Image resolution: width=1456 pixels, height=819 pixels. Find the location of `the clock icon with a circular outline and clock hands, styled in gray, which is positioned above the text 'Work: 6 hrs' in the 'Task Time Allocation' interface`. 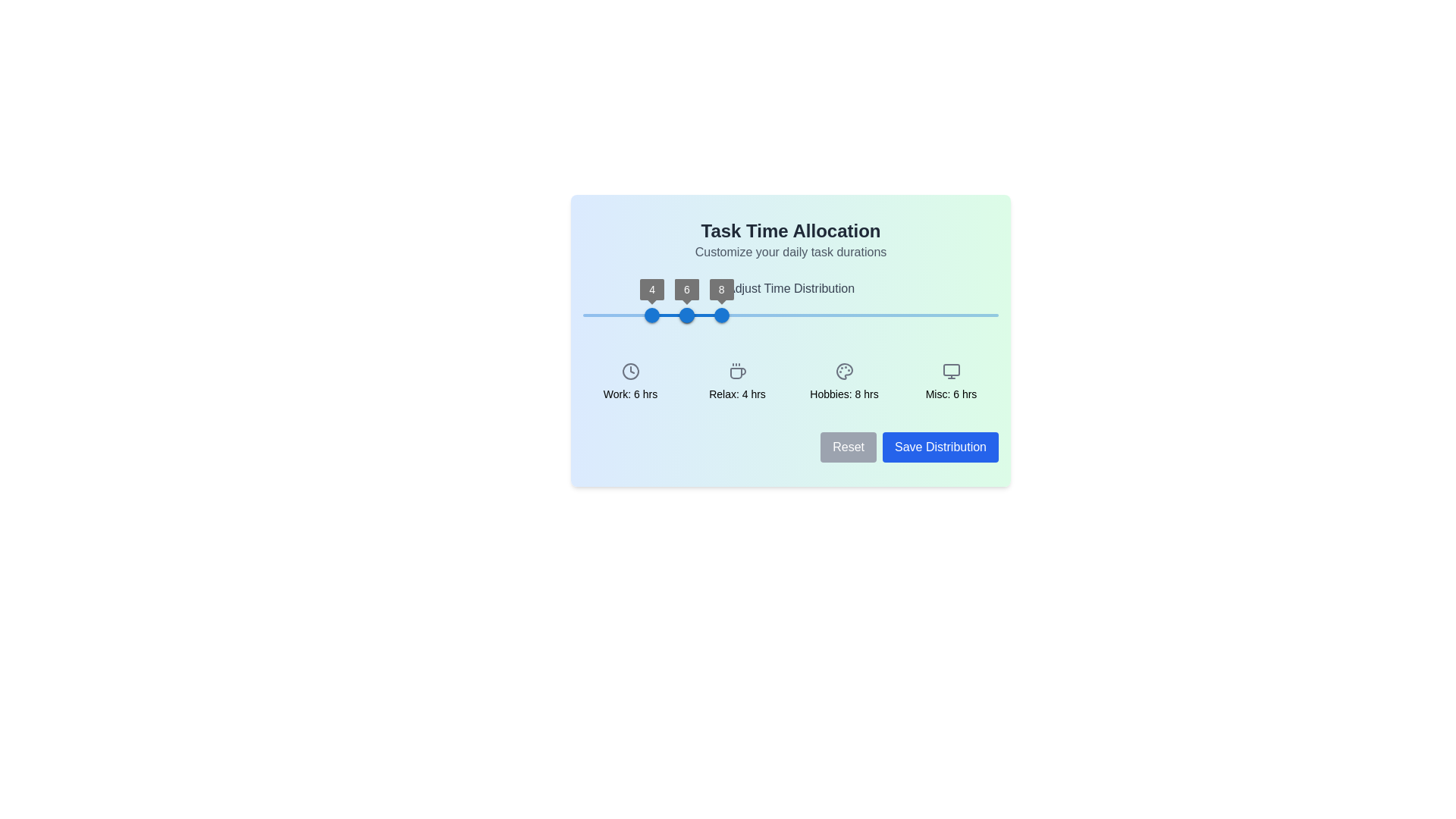

the clock icon with a circular outline and clock hands, styled in gray, which is positioned above the text 'Work: 6 hrs' in the 'Task Time Allocation' interface is located at coordinates (630, 371).